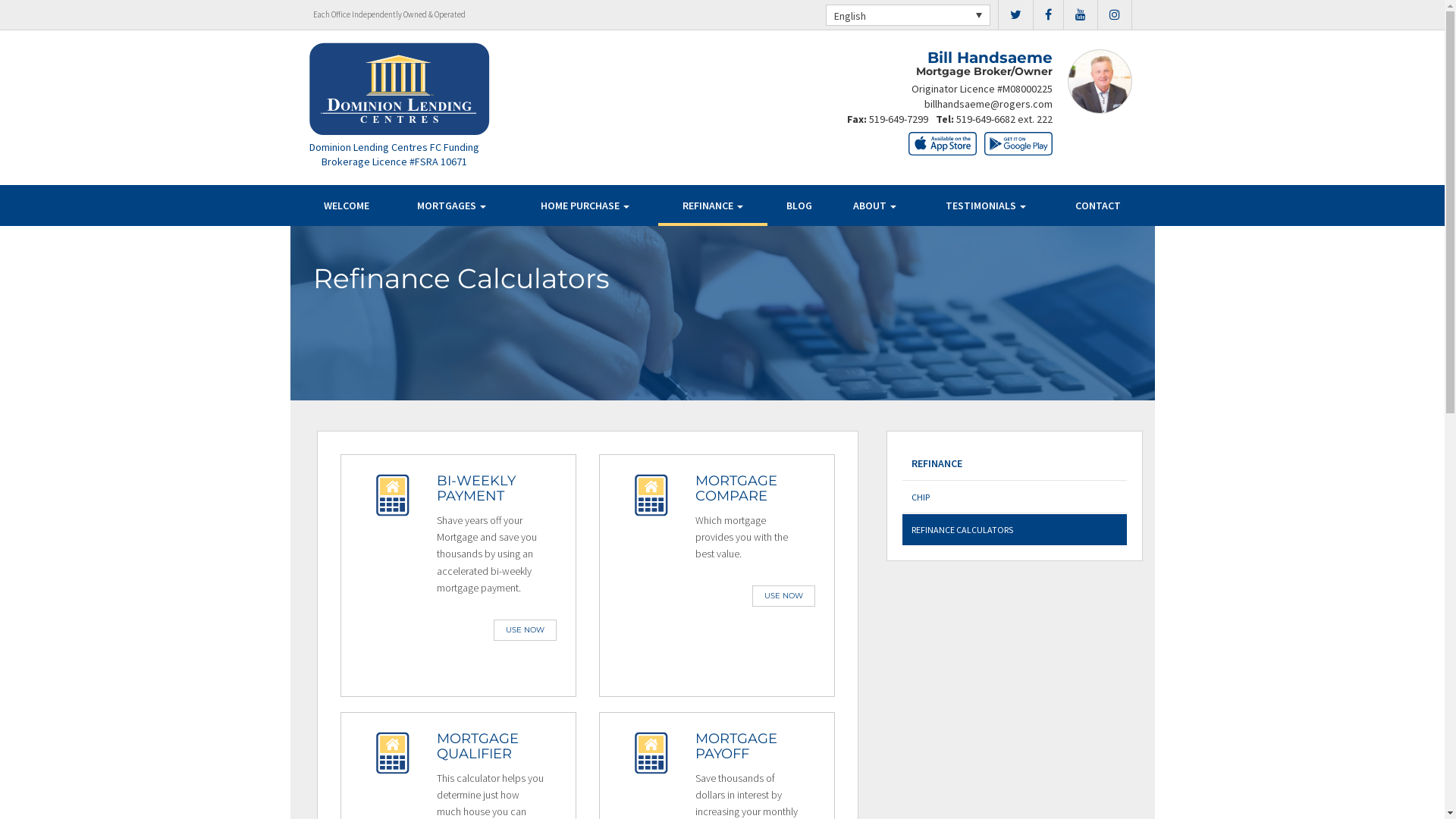 The height and width of the screenshot is (819, 1456). What do you see at coordinates (874, 205) in the screenshot?
I see `'ABOUT'` at bounding box center [874, 205].